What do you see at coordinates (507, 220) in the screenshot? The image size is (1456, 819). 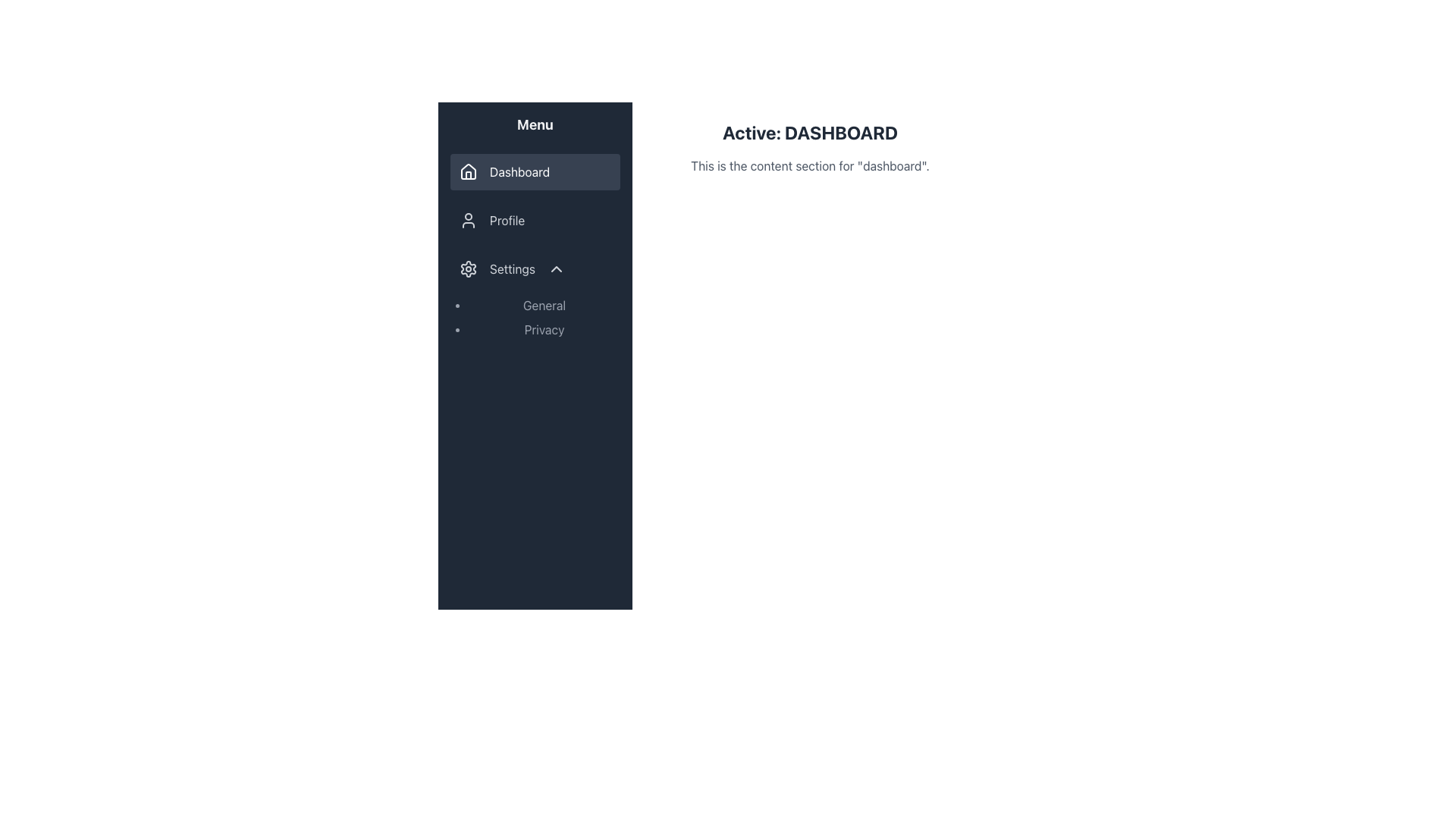 I see `'Profile' label located on the vertical sidebar menu, positioned between 'Dashboard' and 'Settings'` at bounding box center [507, 220].